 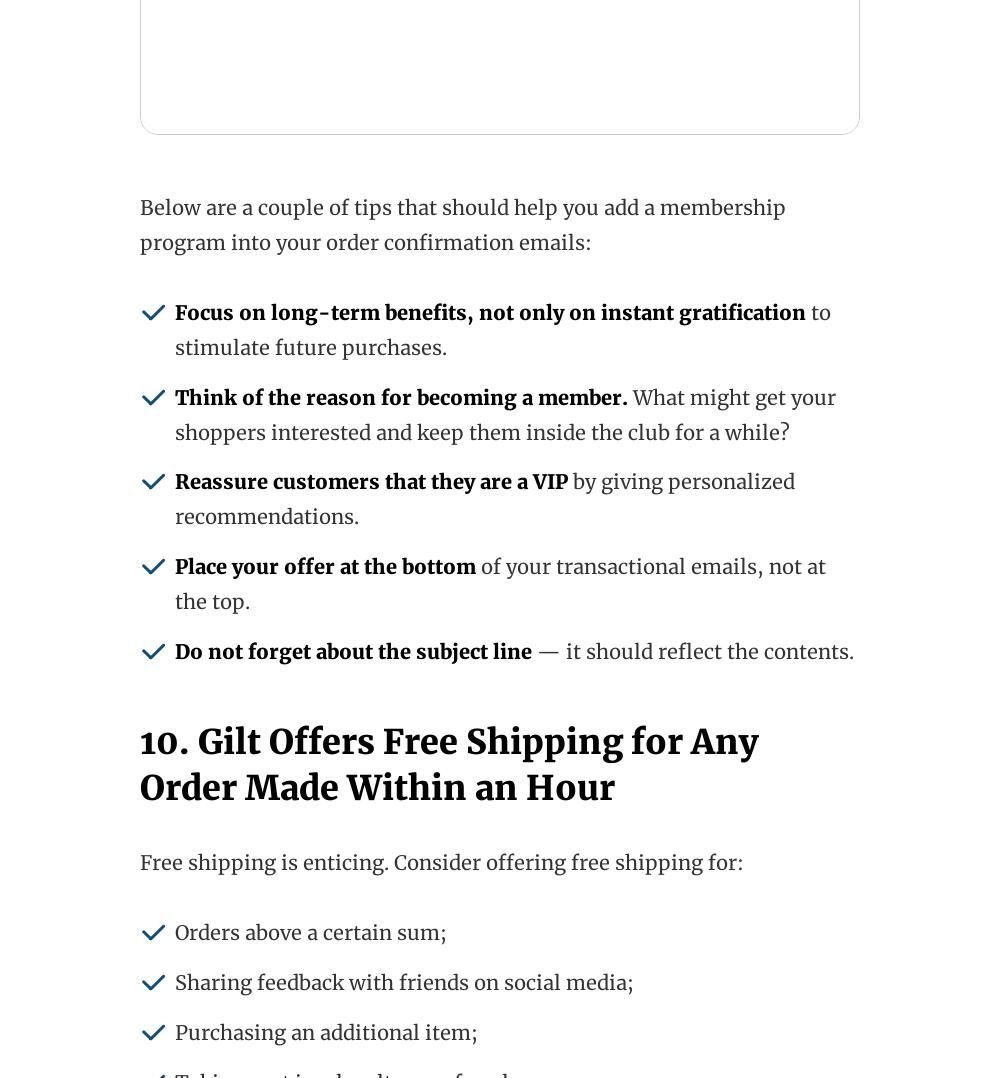 What do you see at coordinates (370, 480) in the screenshot?
I see `'Reassure customers that they are a VIP'` at bounding box center [370, 480].